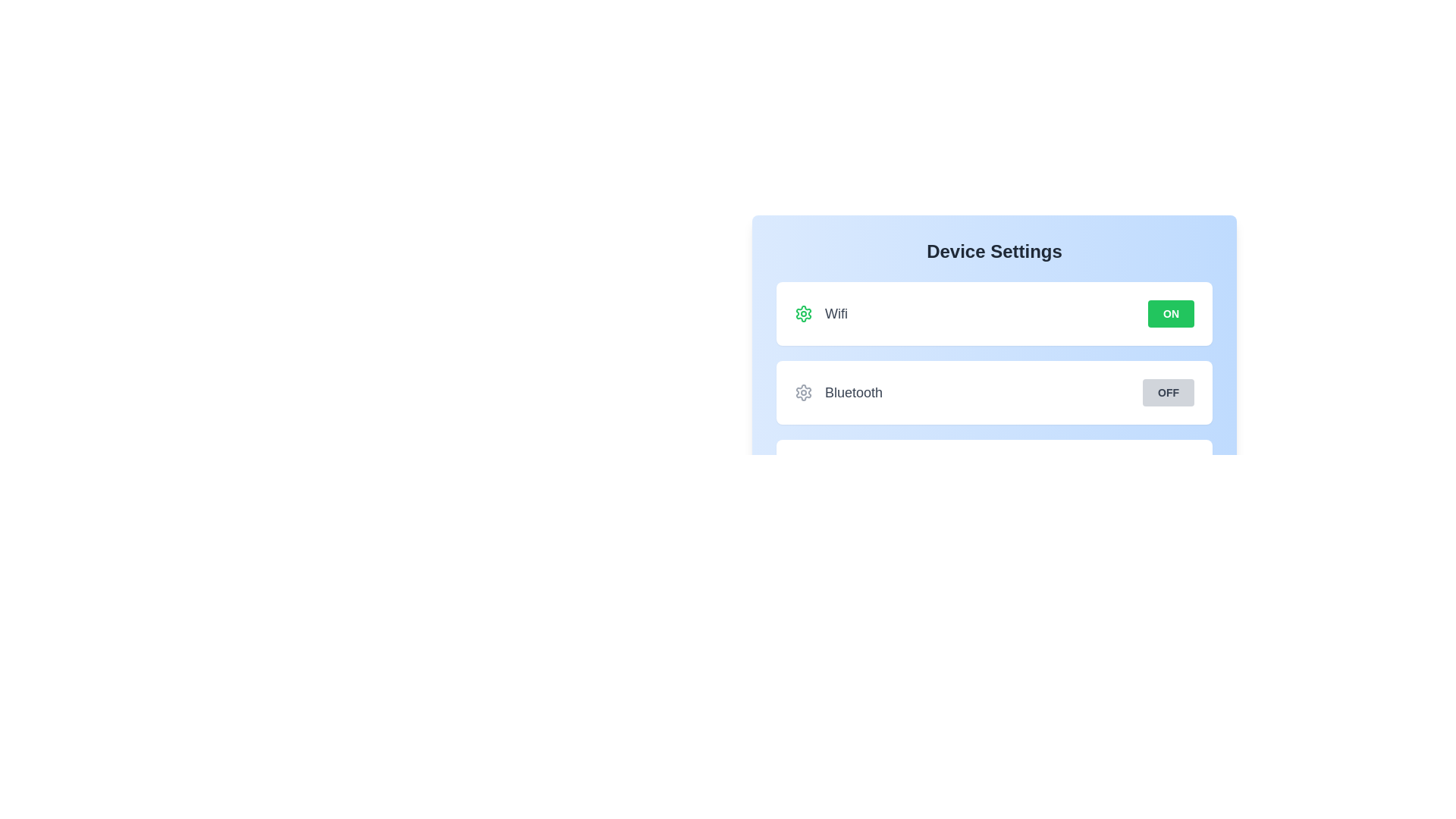 The height and width of the screenshot is (819, 1456). What do you see at coordinates (1170, 312) in the screenshot?
I see `the ON button for WiFi to toggle the setting` at bounding box center [1170, 312].